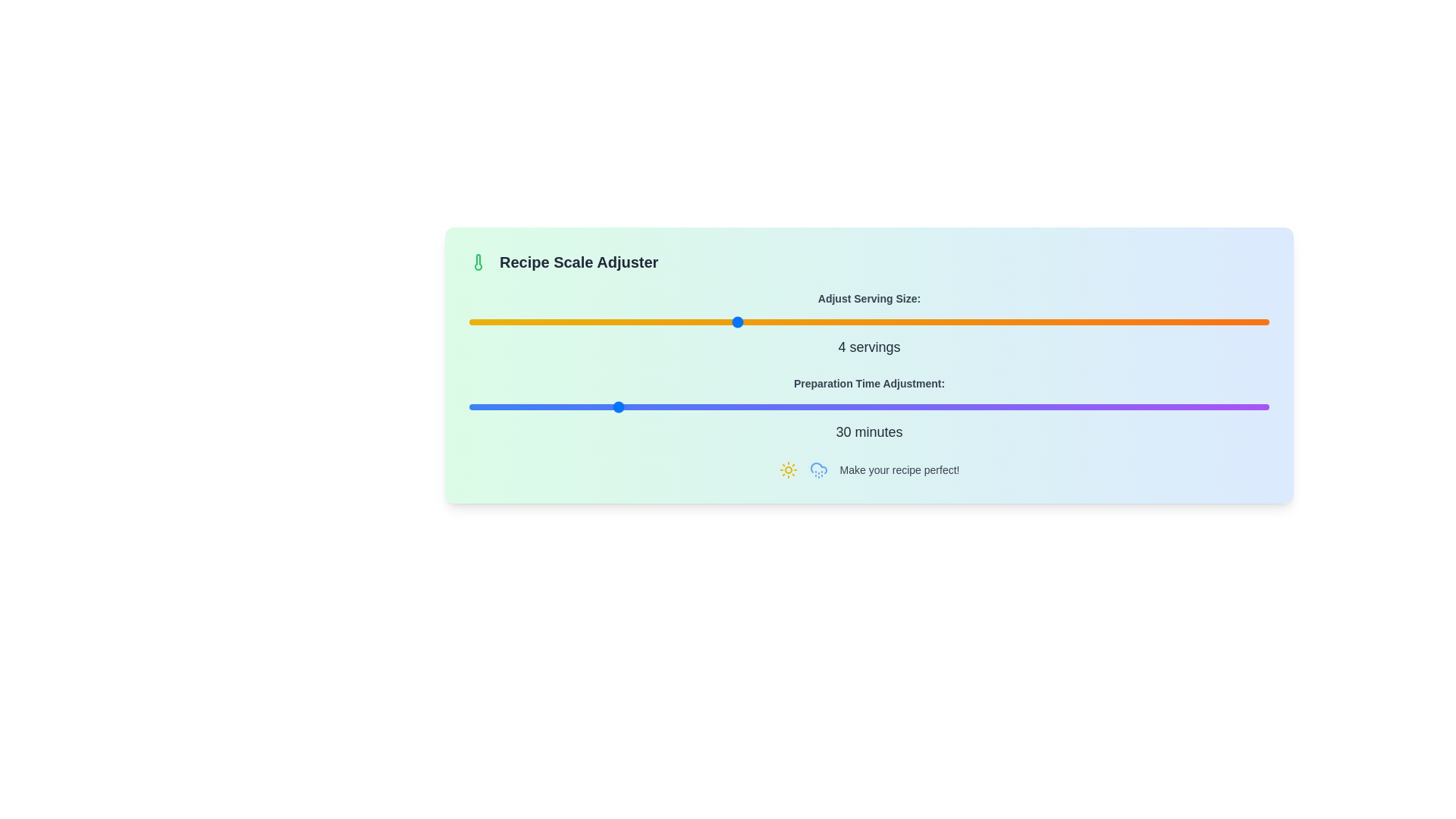 The width and height of the screenshot is (1456, 819). I want to click on displayed text '30 minutes' from the Inline text element, which is styled with centered alignment and gray color, located below the gradient slider for 'Preparation Time Adjustment', so click(869, 432).